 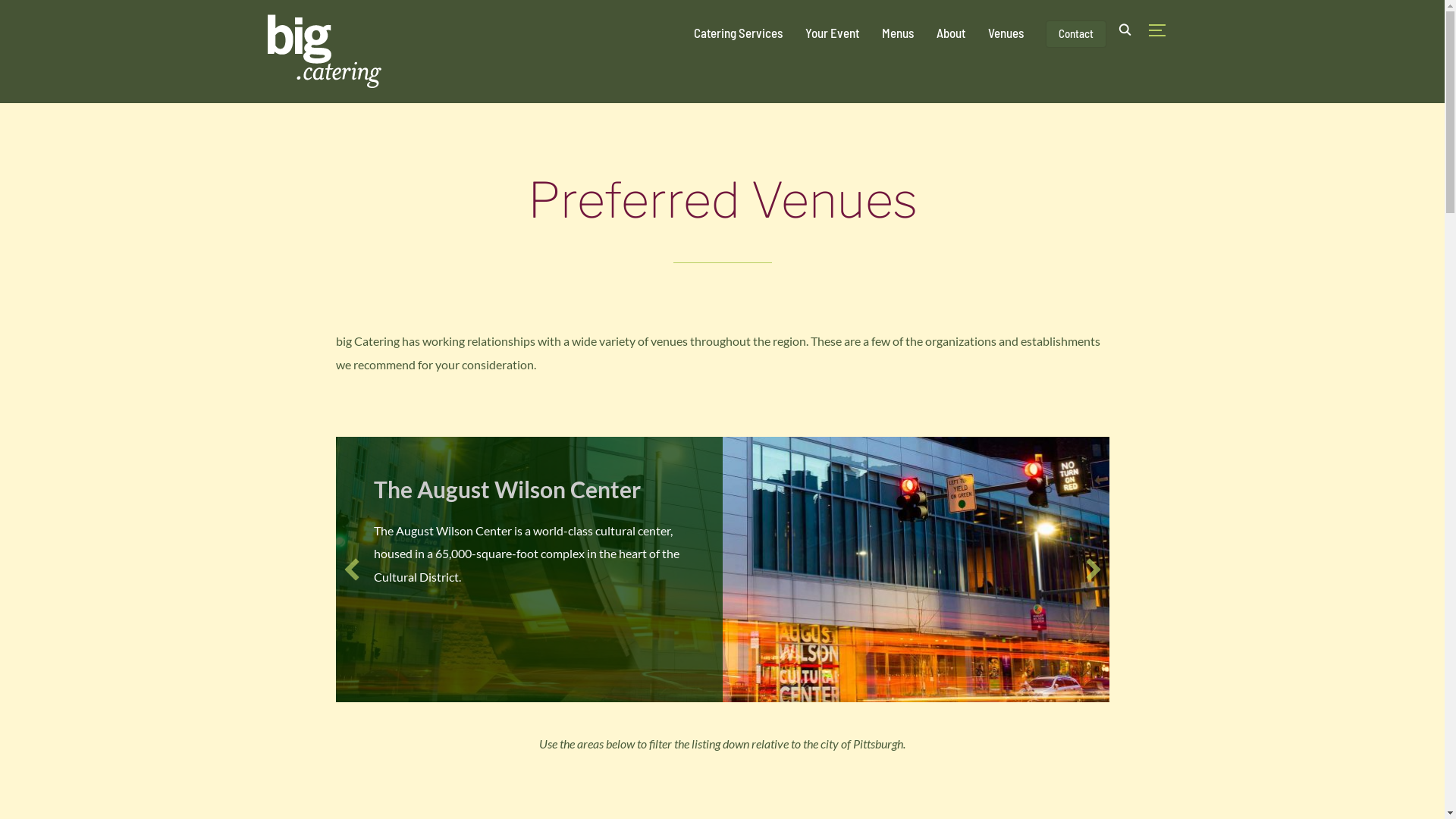 What do you see at coordinates (506, 488) in the screenshot?
I see `'The August Wilson Center'` at bounding box center [506, 488].